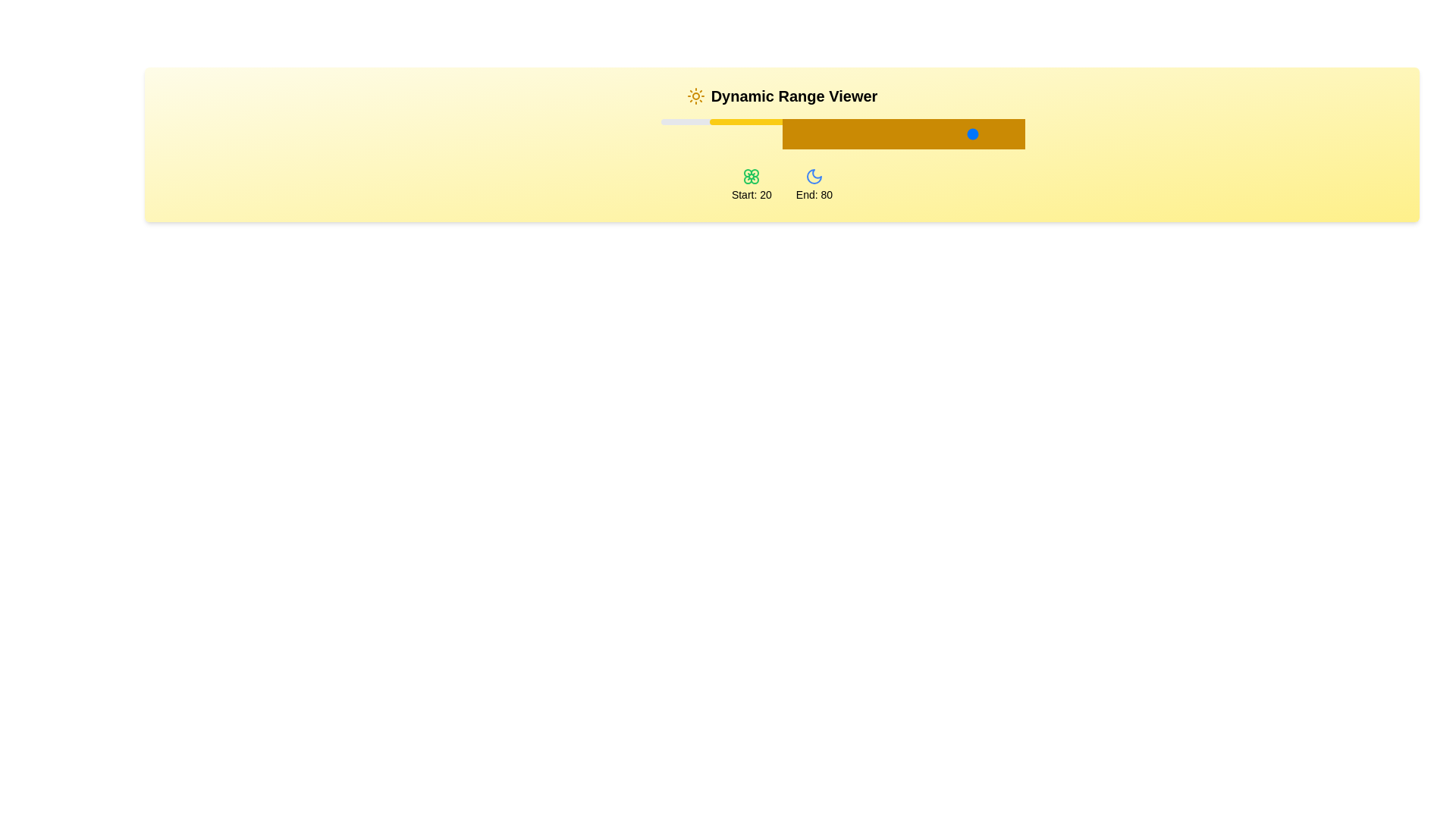 This screenshot has height=819, width=1456. Describe the element at coordinates (745, 121) in the screenshot. I see `the slider` at that location.